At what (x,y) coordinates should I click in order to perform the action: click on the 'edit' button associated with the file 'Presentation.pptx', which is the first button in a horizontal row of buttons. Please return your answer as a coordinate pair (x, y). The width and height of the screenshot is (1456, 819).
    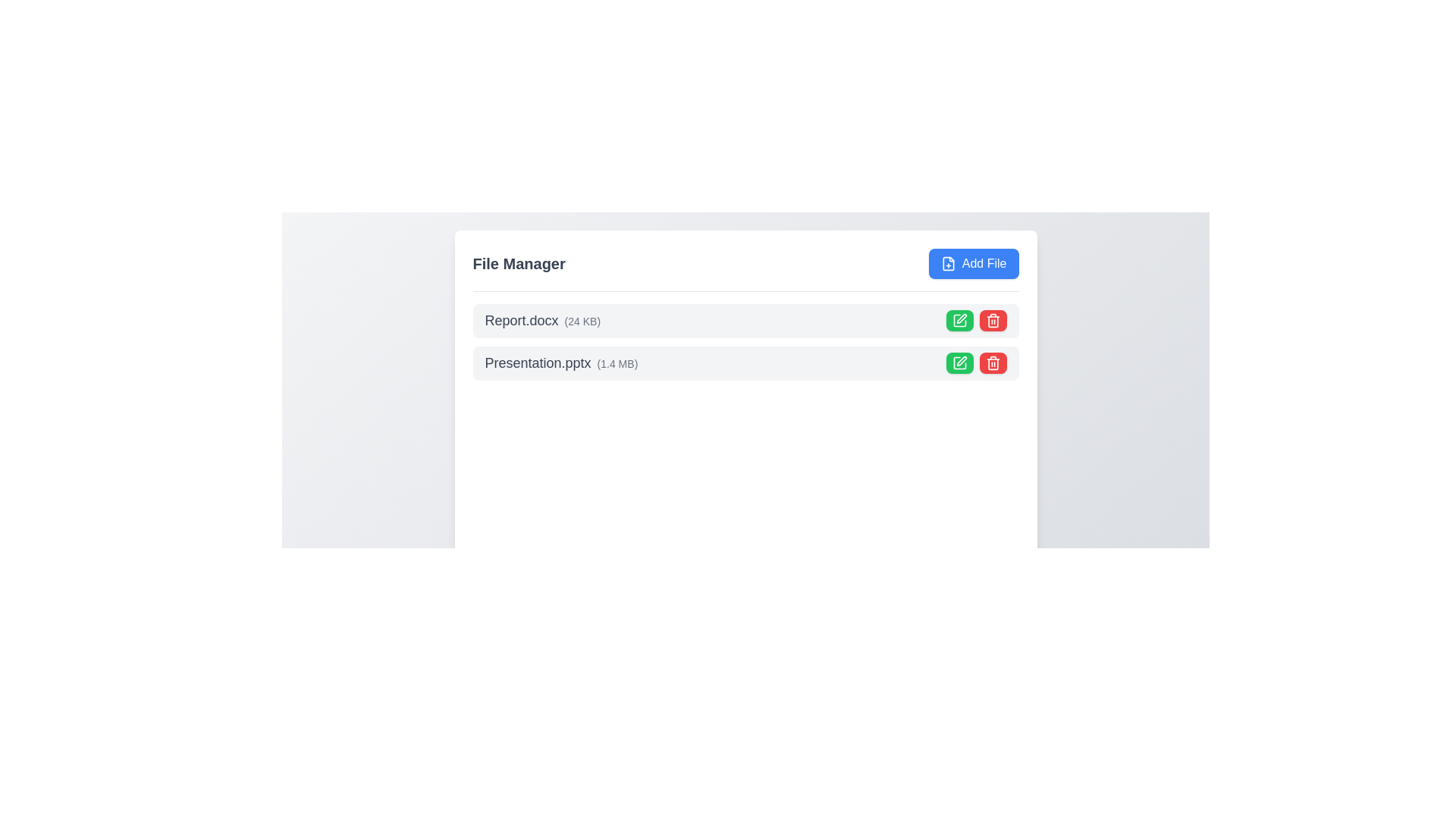
    Looking at the image, I should click on (959, 362).